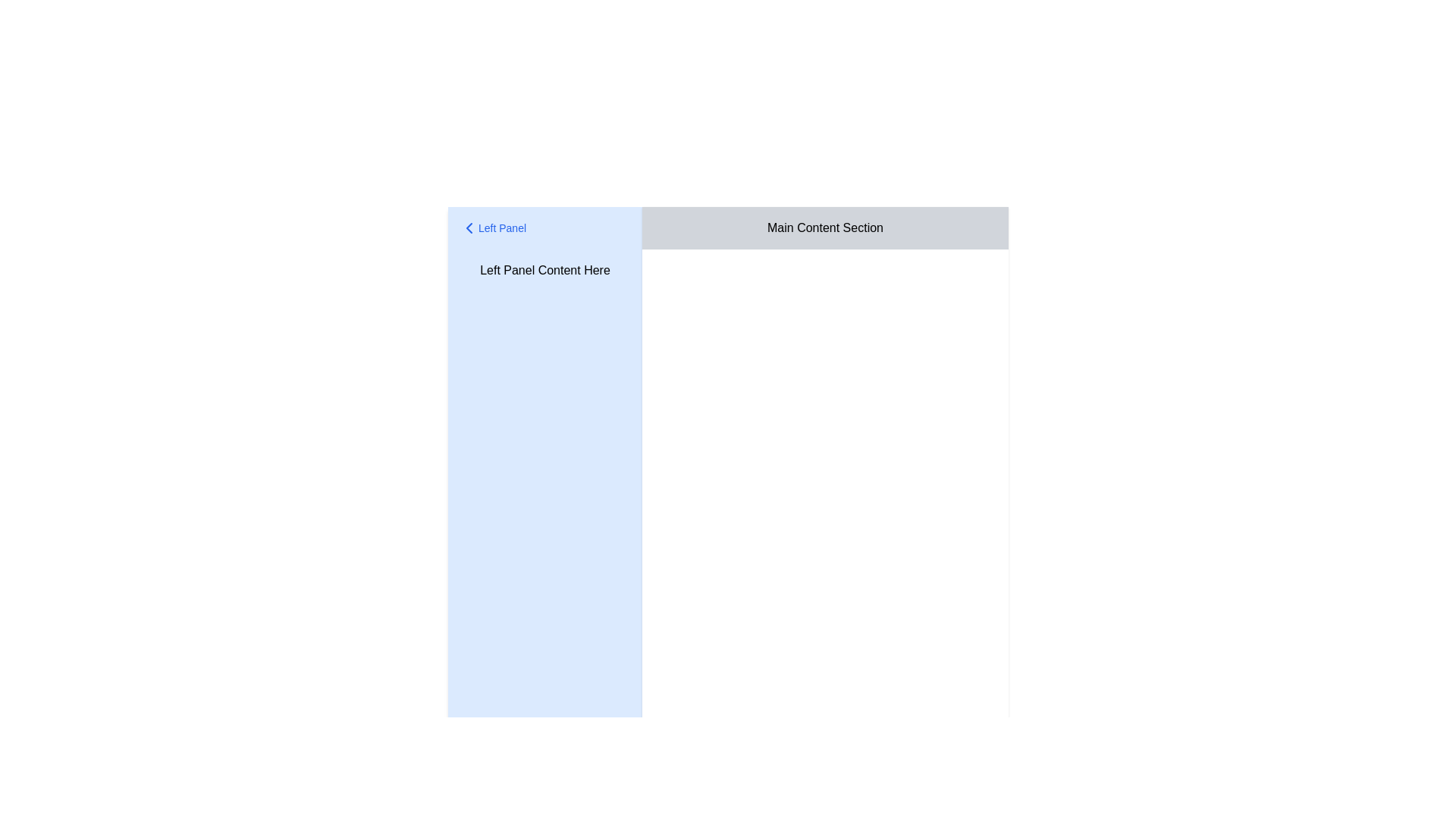 The height and width of the screenshot is (819, 1456). What do you see at coordinates (469, 227) in the screenshot?
I see `the chevron arrow button located in the top-left section of the interface, adjacent to the 'Left Panel' text label, to invoke navigation or toggle the panel` at bounding box center [469, 227].